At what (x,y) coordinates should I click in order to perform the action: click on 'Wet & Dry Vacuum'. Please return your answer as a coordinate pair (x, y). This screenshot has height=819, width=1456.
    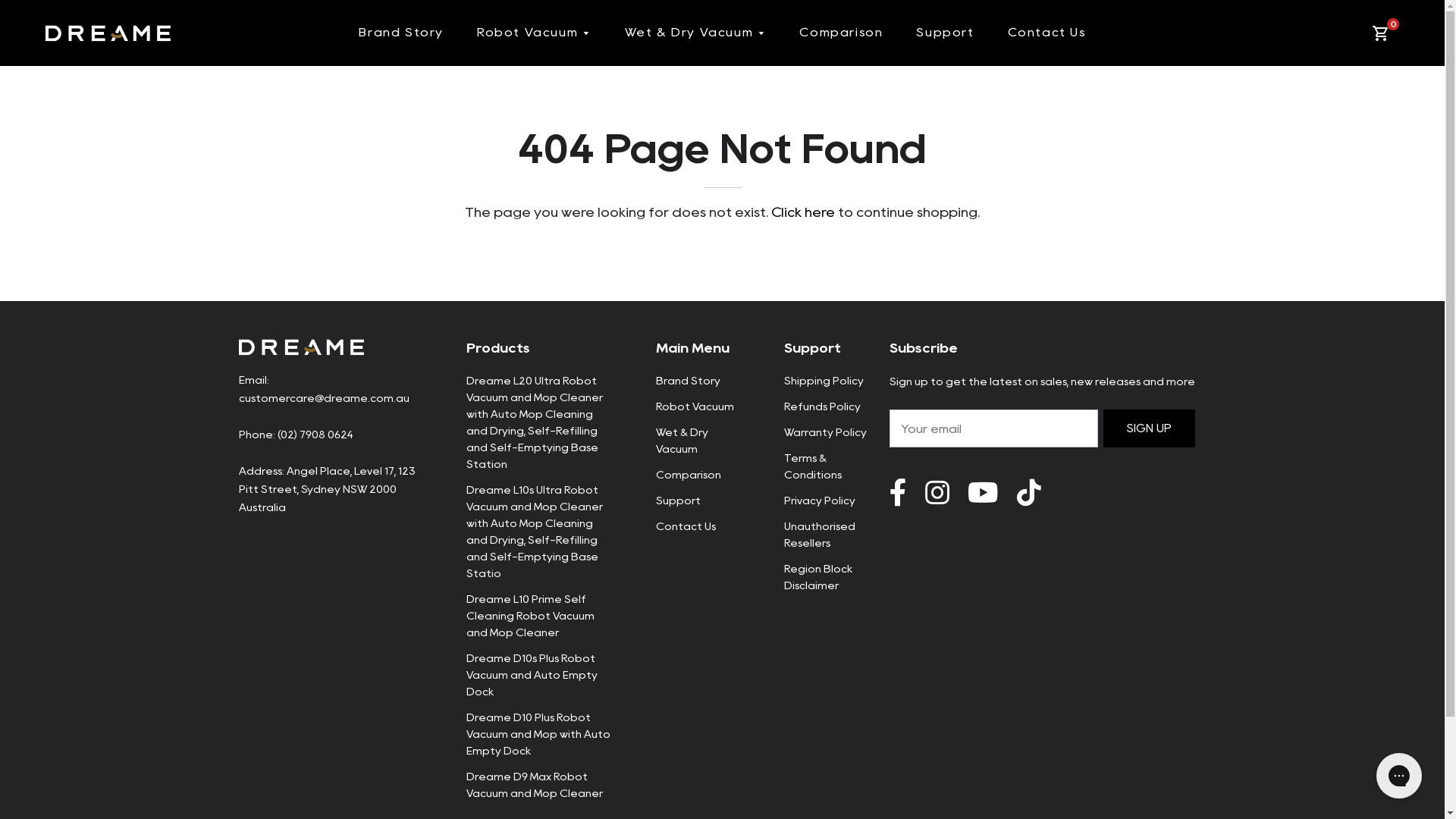
    Looking at the image, I should click on (695, 33).